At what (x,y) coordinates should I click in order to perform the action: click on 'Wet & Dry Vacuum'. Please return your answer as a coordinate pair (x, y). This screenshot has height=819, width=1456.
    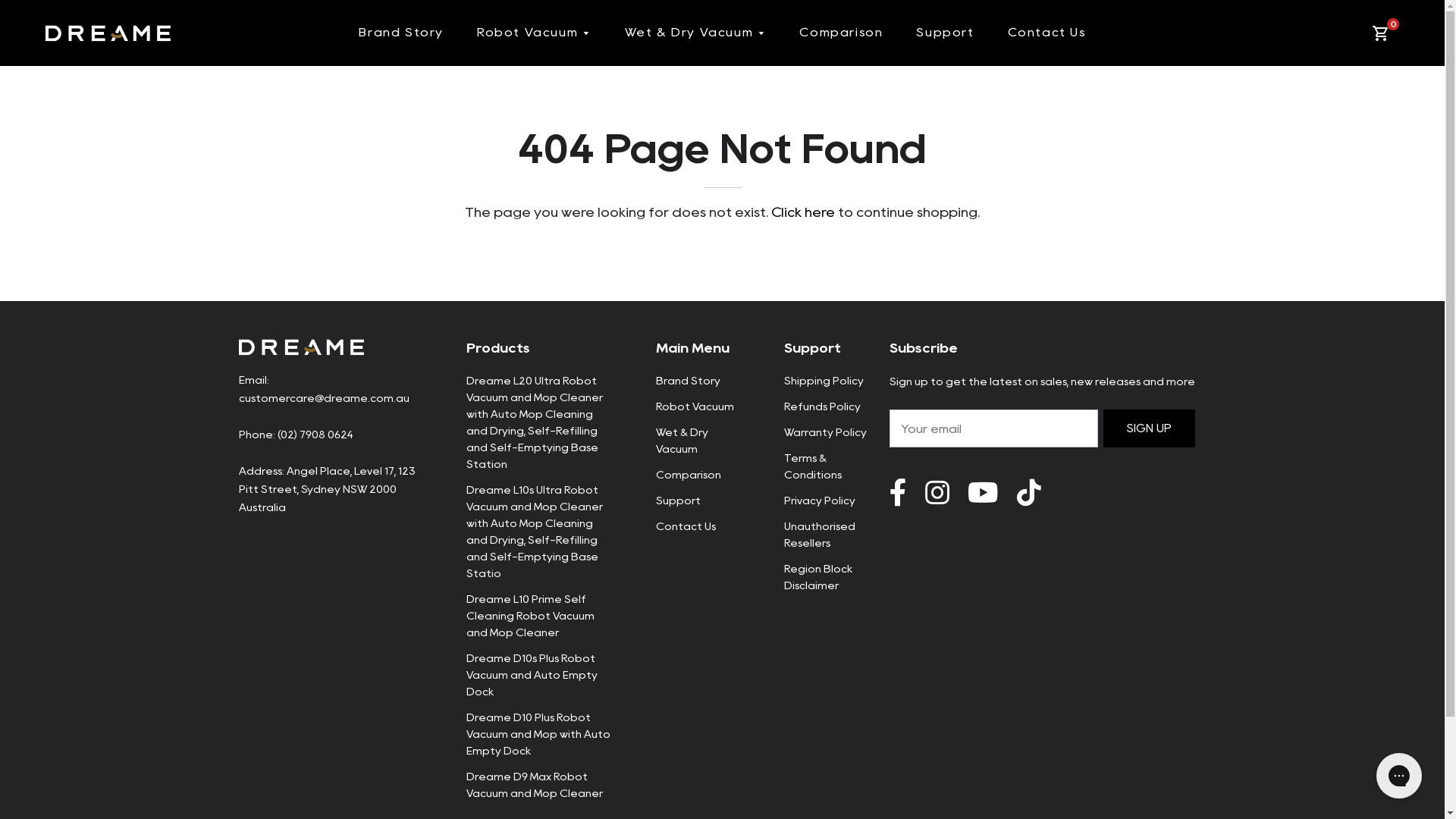
    Looking at the image, I should click on (695, 33).